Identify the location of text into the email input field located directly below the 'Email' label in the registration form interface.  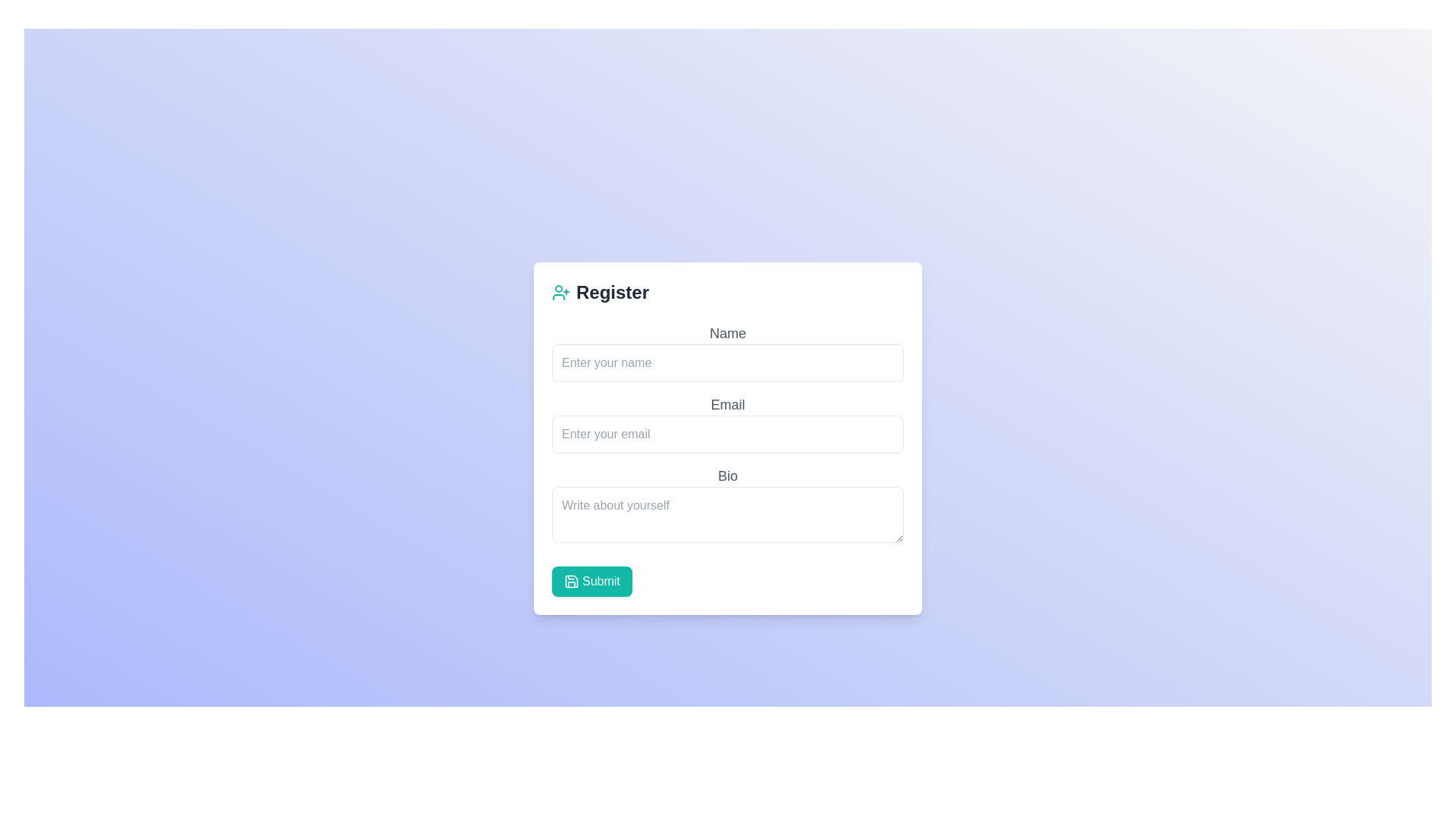
(728, 434).